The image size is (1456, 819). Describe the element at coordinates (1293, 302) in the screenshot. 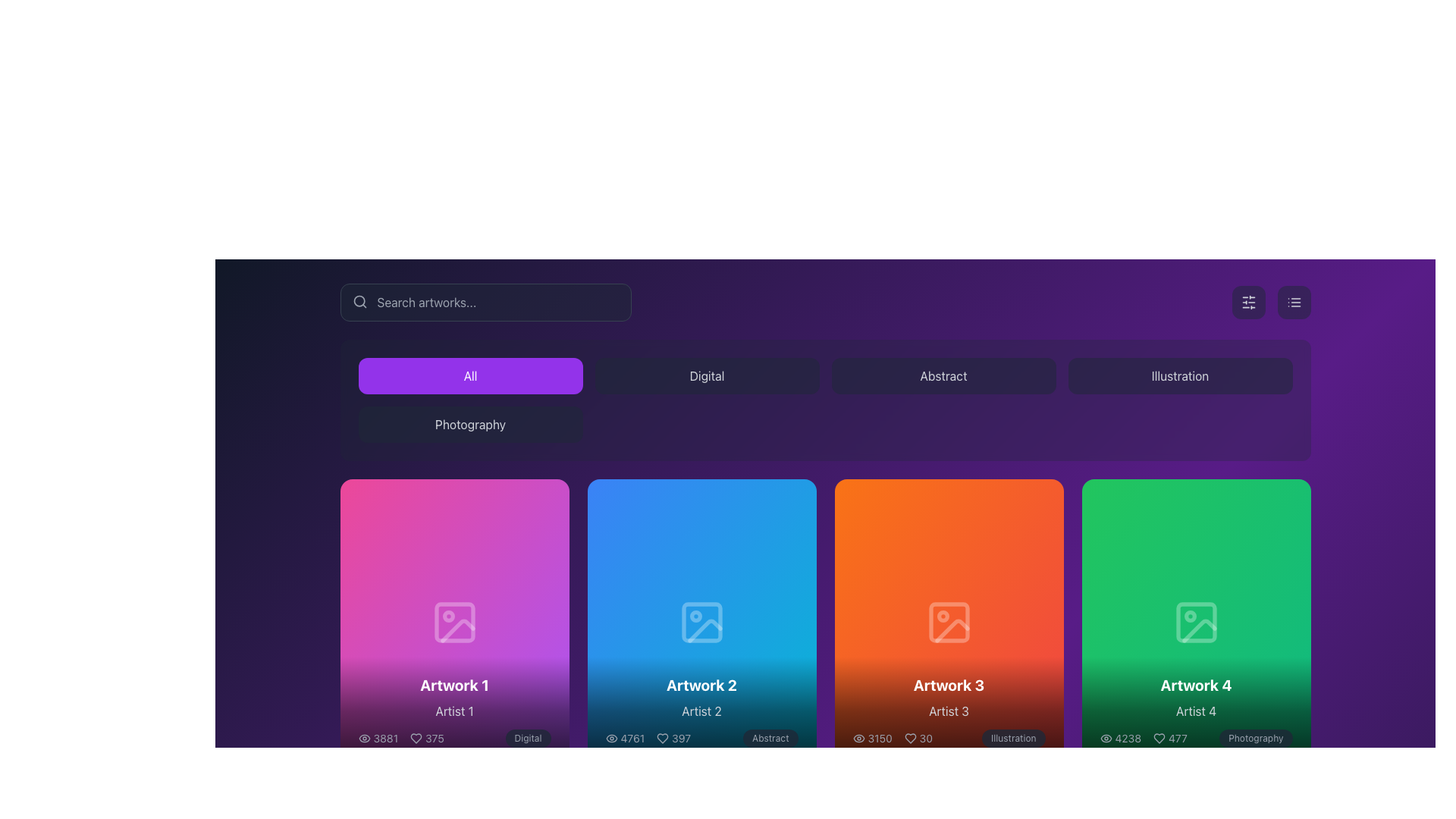

I see `the second button in the top-right corner with a rounded rectangle shape and a dark semi-transparent background` at that location.